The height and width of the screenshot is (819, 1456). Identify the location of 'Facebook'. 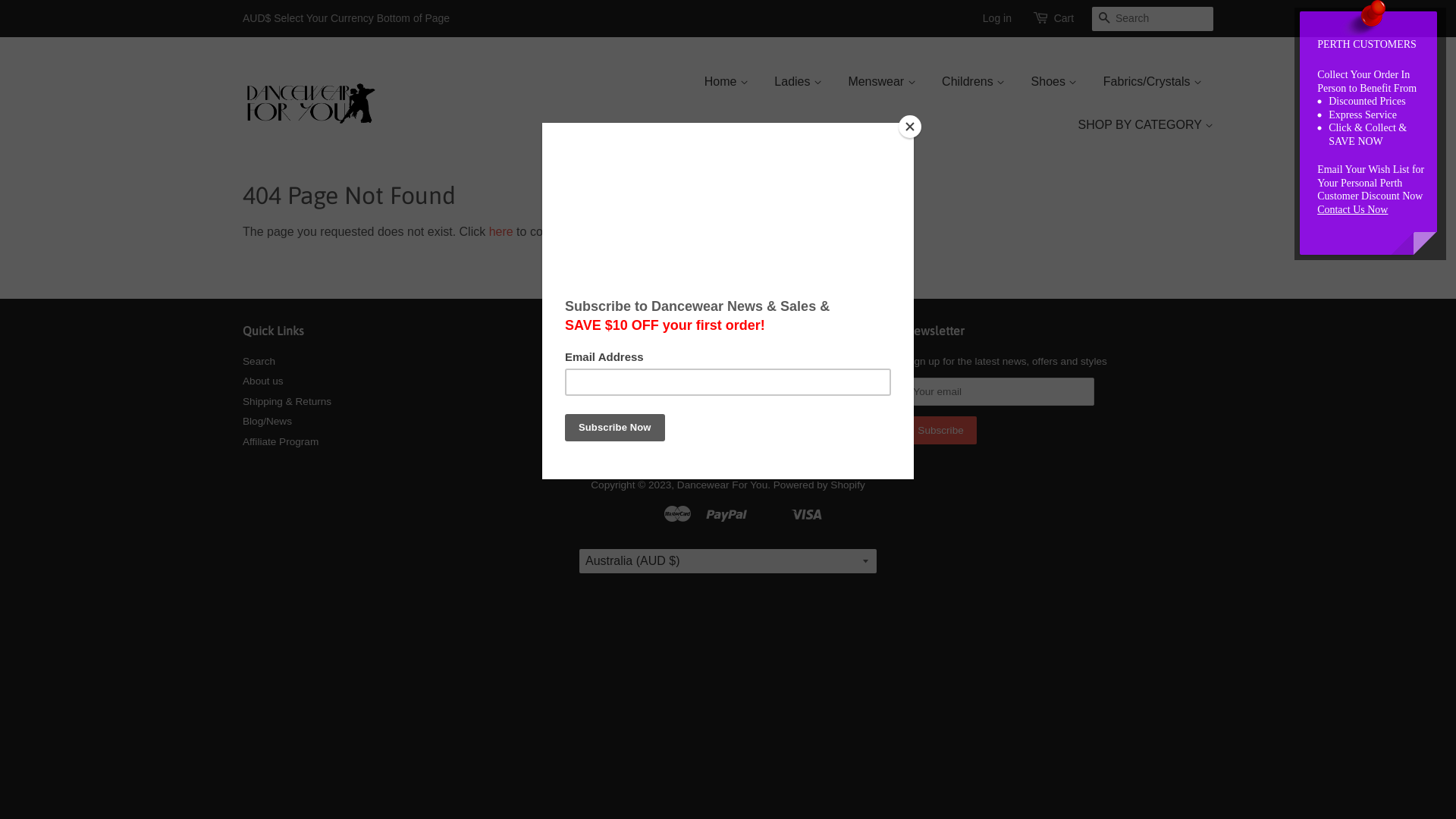
(610, 365).